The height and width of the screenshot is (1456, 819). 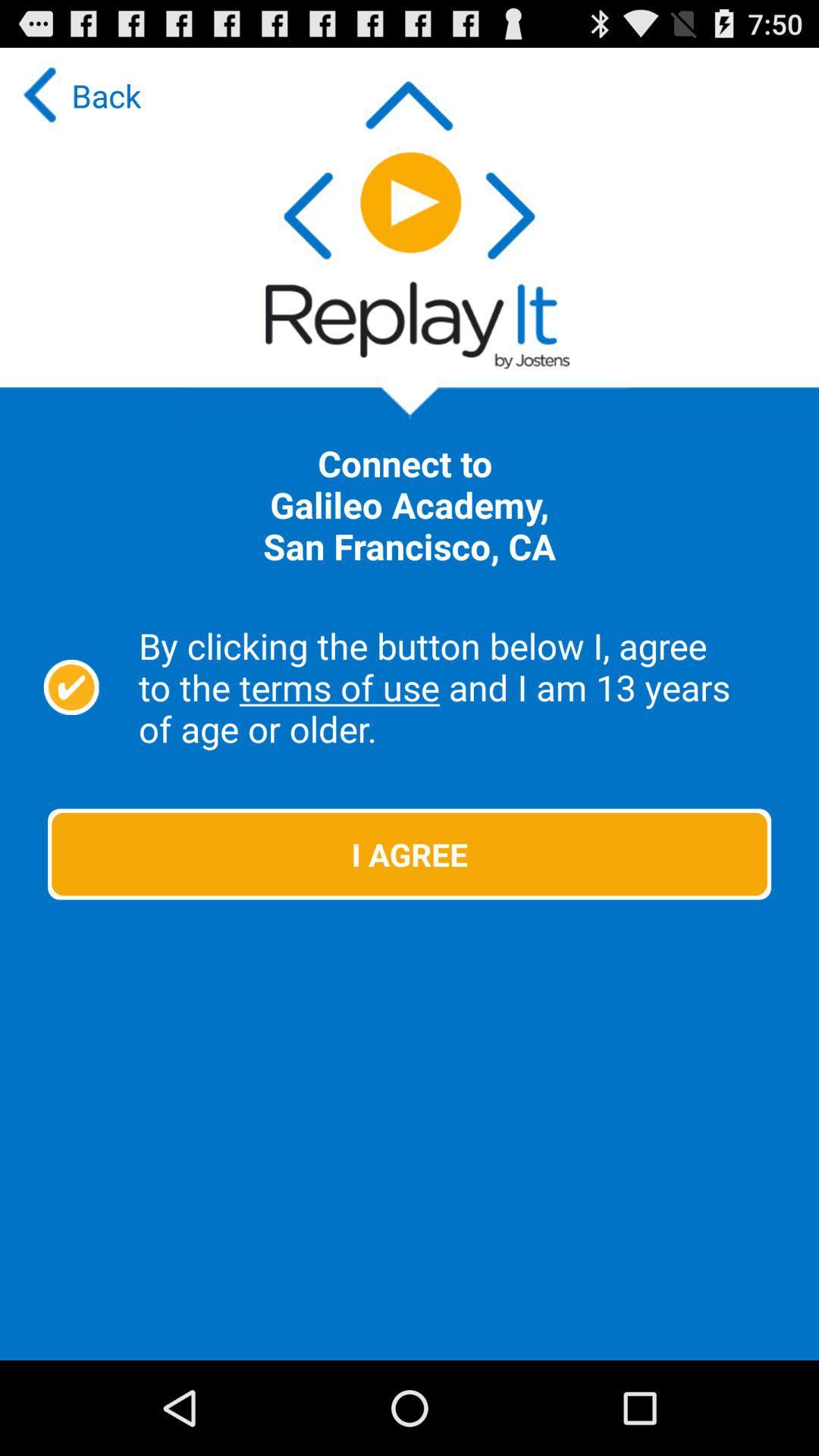 What do you see at coordinates (71, 686) in the screenshot?
I see `click icon to agree on terms of use` at bounding box center [71, 686].